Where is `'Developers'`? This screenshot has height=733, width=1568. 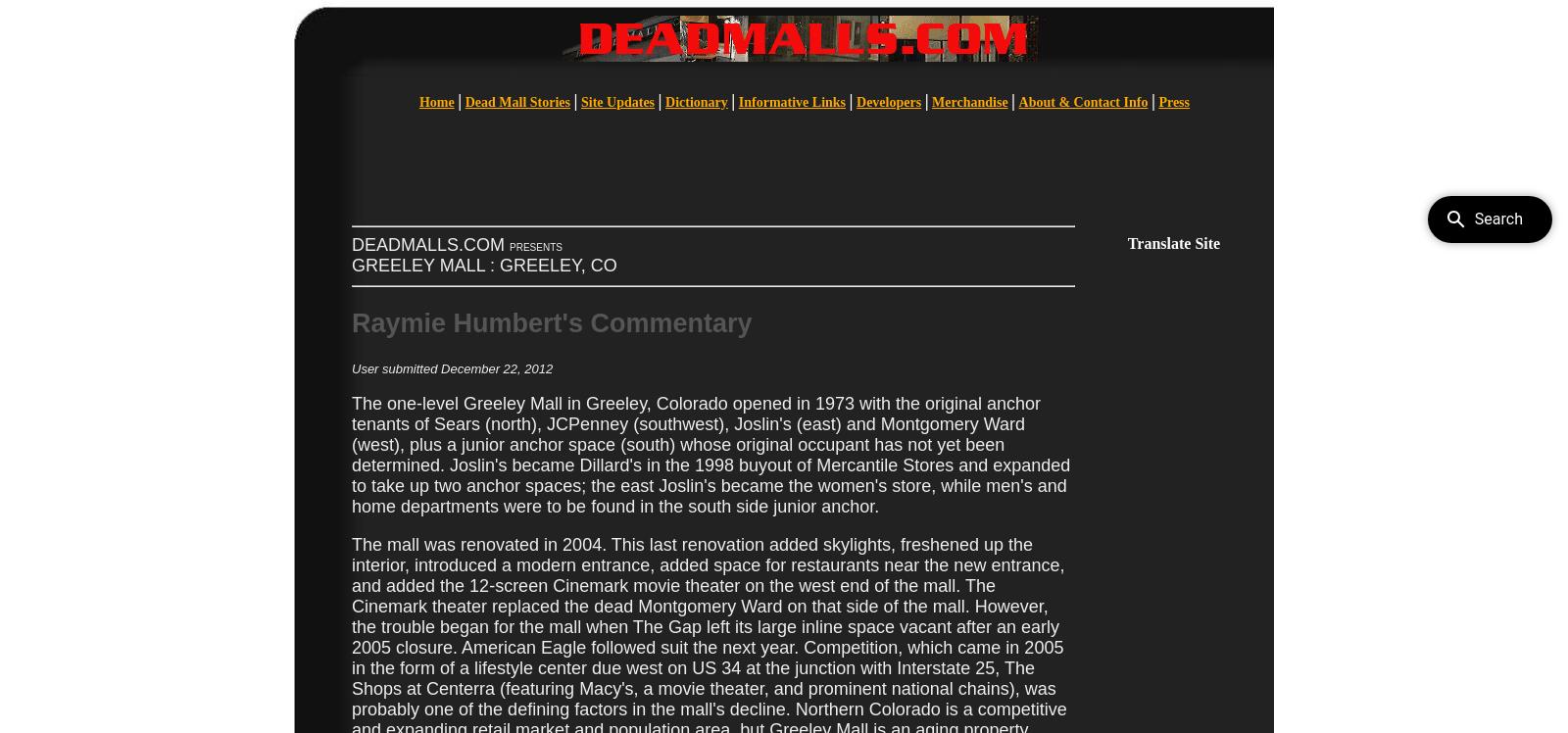
'Developers' is located at coordinates (888, 102).